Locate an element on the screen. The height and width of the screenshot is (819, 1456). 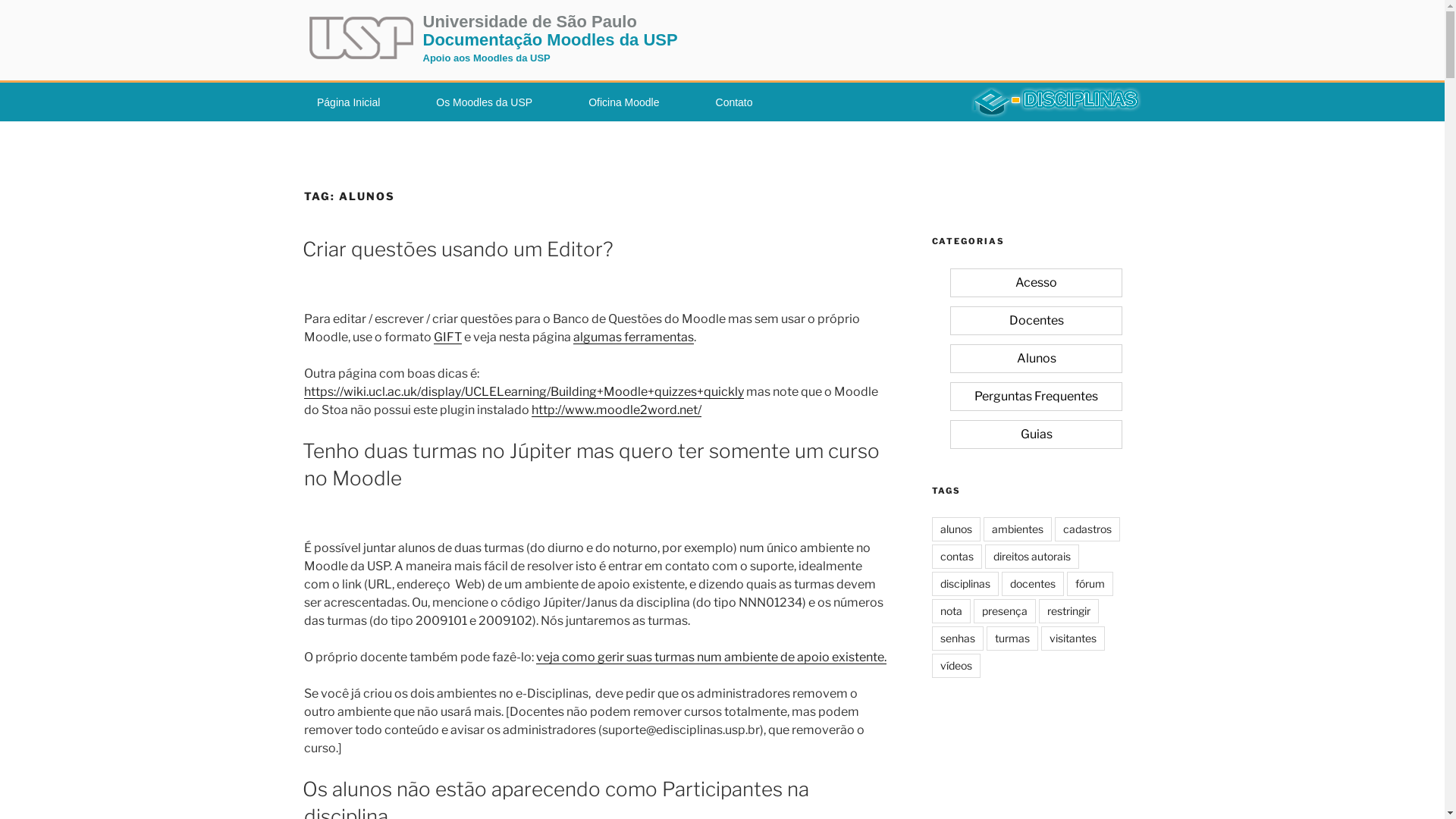
'Guias' is located at coordinates (1035, 434).